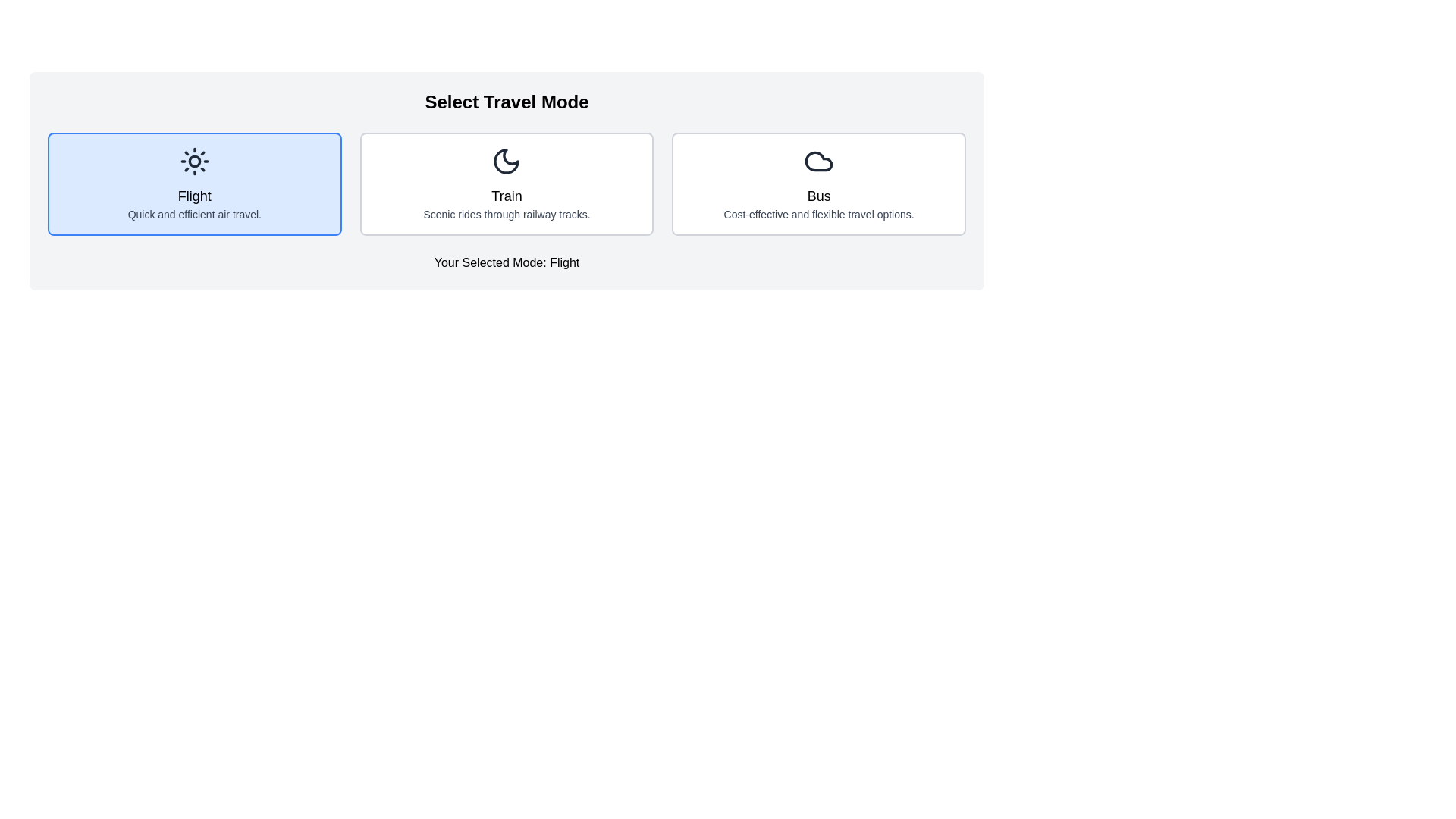 This screenshot has width=1456, height=819. What do you see at coordinates (507, 102) in the screenshot?
I see `the text label that introduces the section for selecting travel modes, located centrally above the options for 'Flight', 'Train', and 'Bus'` at bounding box center [507, 102].